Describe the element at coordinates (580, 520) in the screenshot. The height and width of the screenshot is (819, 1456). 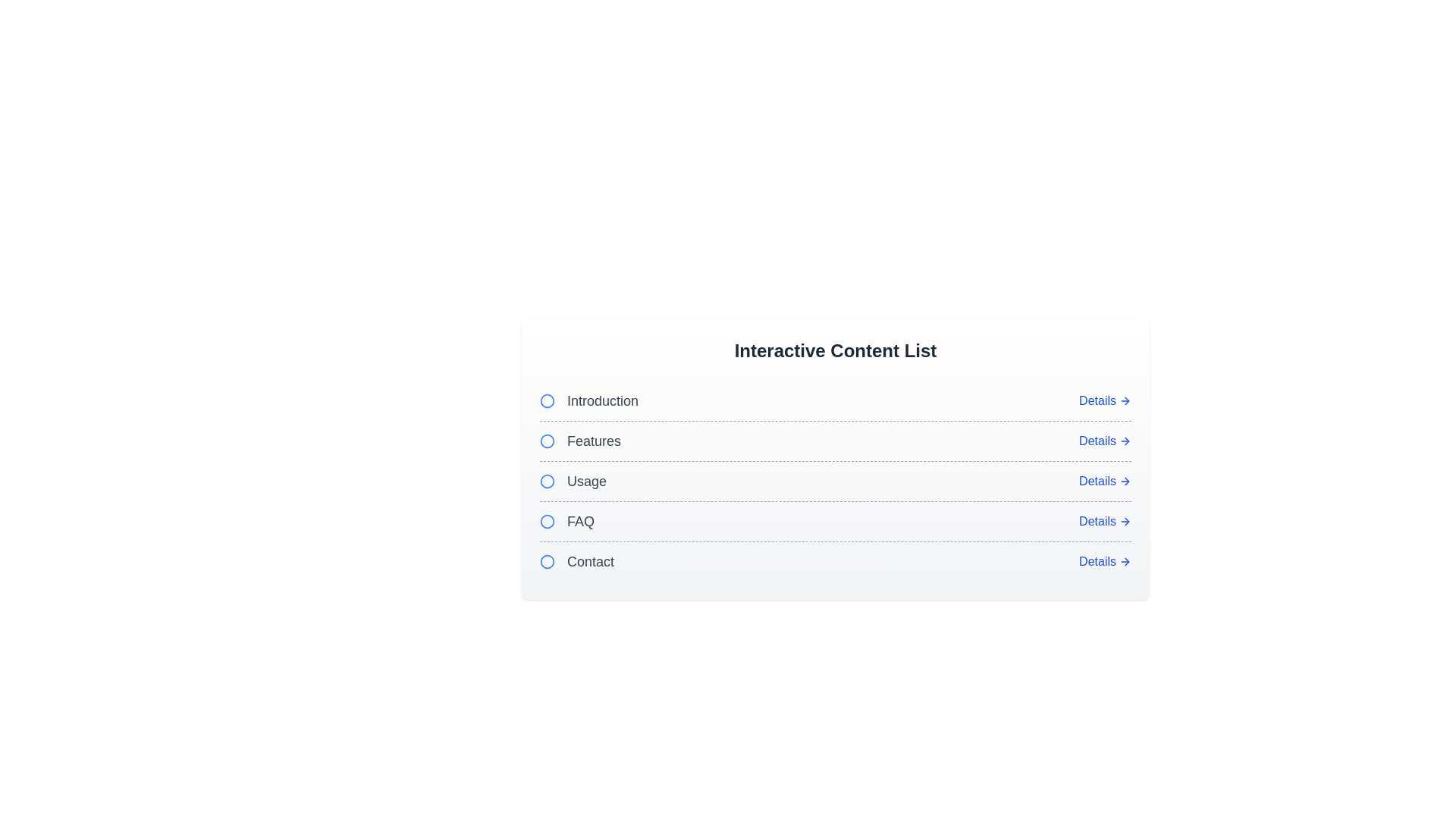
I see `the 'FAQ' text label in the fourth position of the Interactive Content List section` at that location.